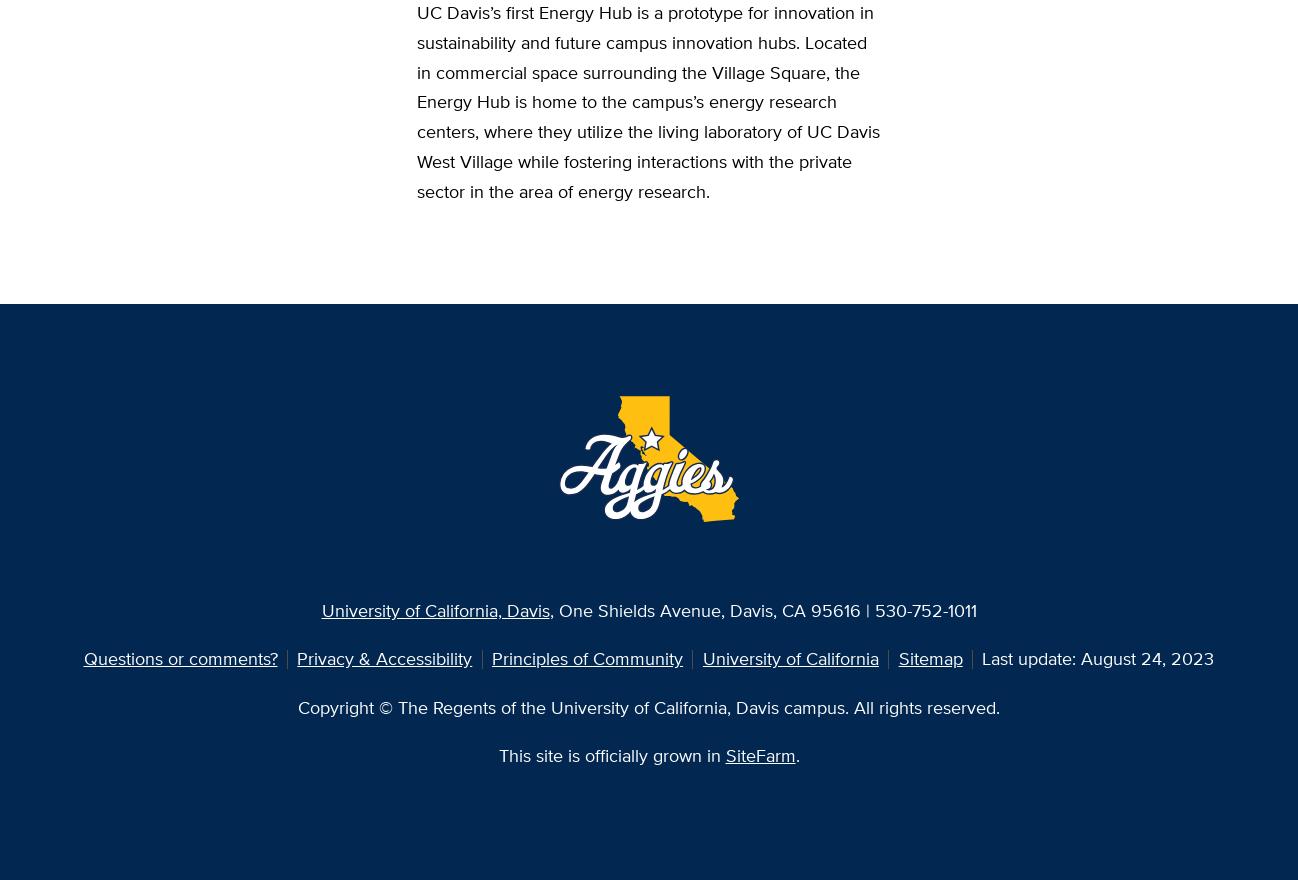 This screenshot has height=880, width=1298. Describe the element at coordinates (981, 658) in the screenshot. I see `'Last update: August 24, 2023'` at that location.